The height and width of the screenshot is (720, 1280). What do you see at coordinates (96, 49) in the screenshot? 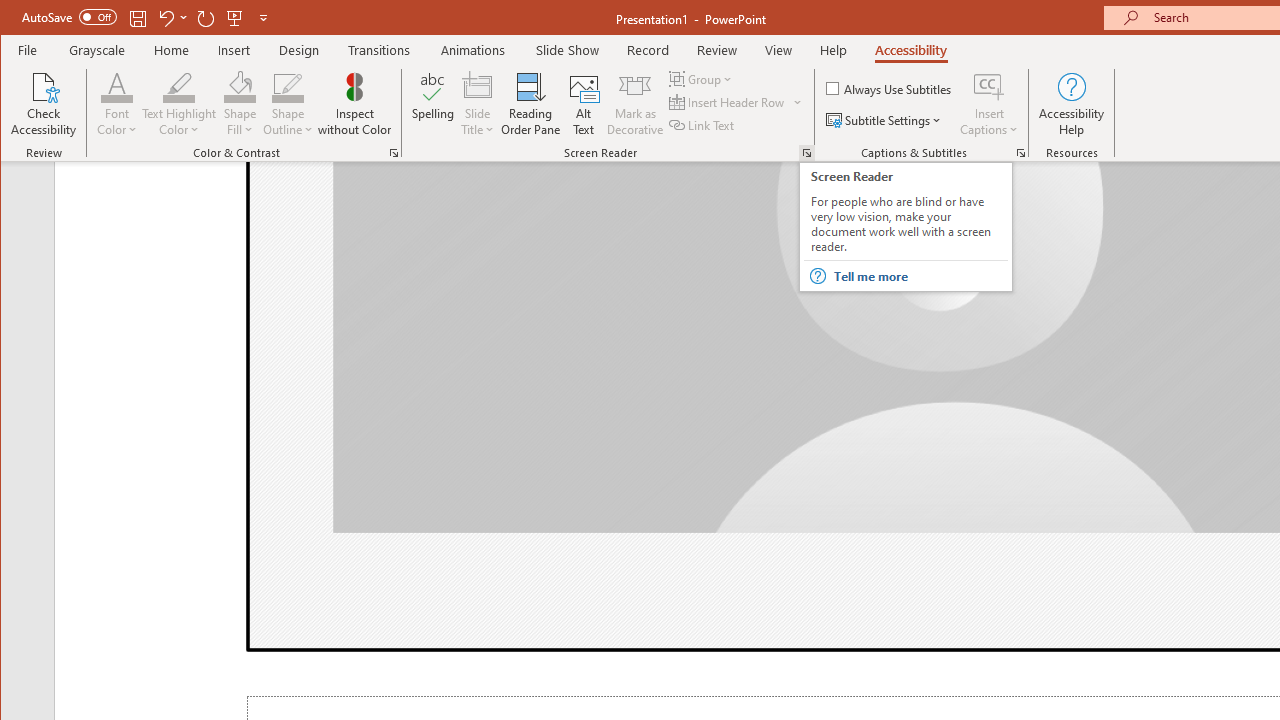
I see `'Grayscale'` at bounding box center [96, 49].